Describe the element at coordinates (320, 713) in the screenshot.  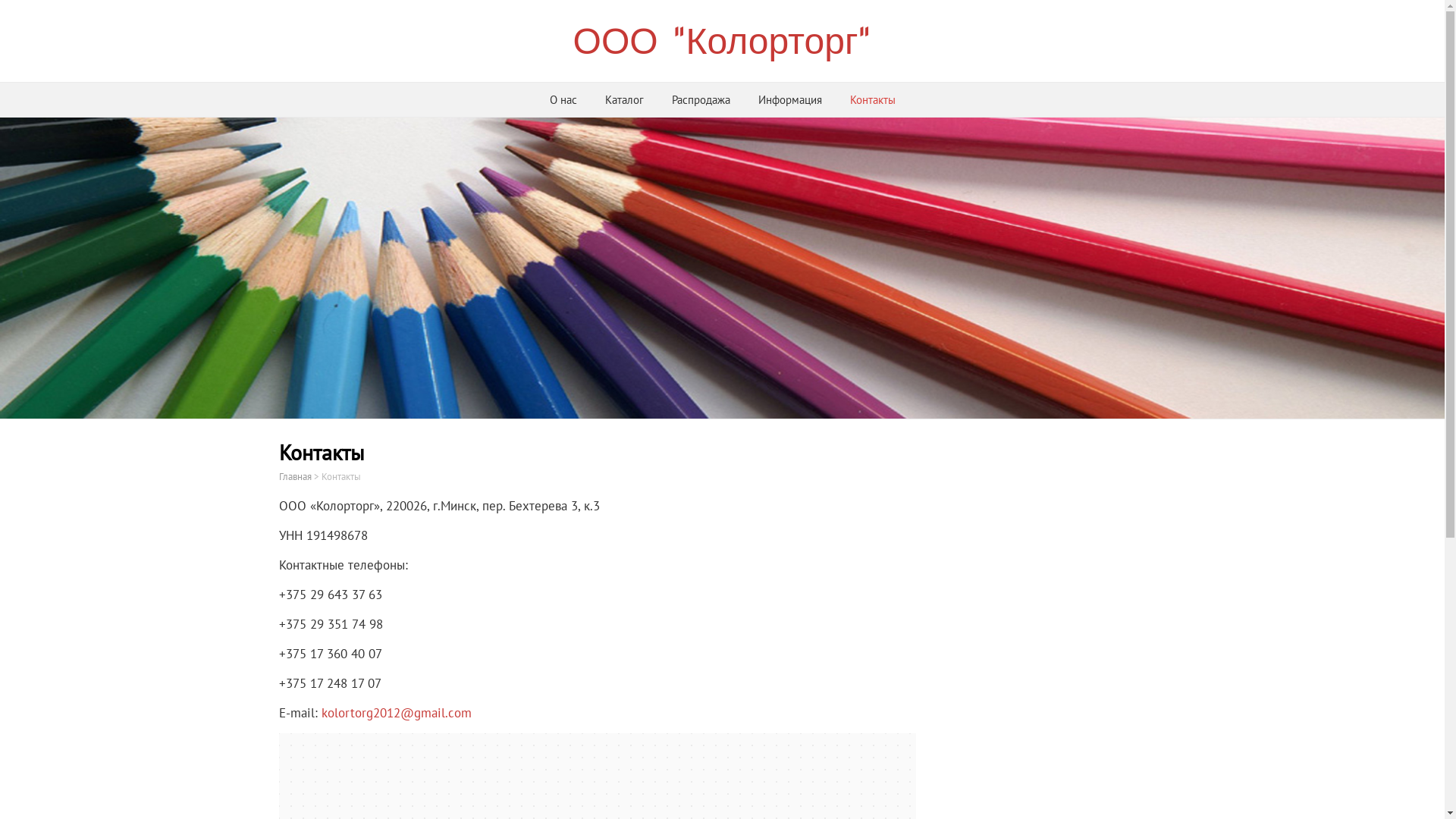
I see `'kolortorg2012@gmail.com'` at that location.